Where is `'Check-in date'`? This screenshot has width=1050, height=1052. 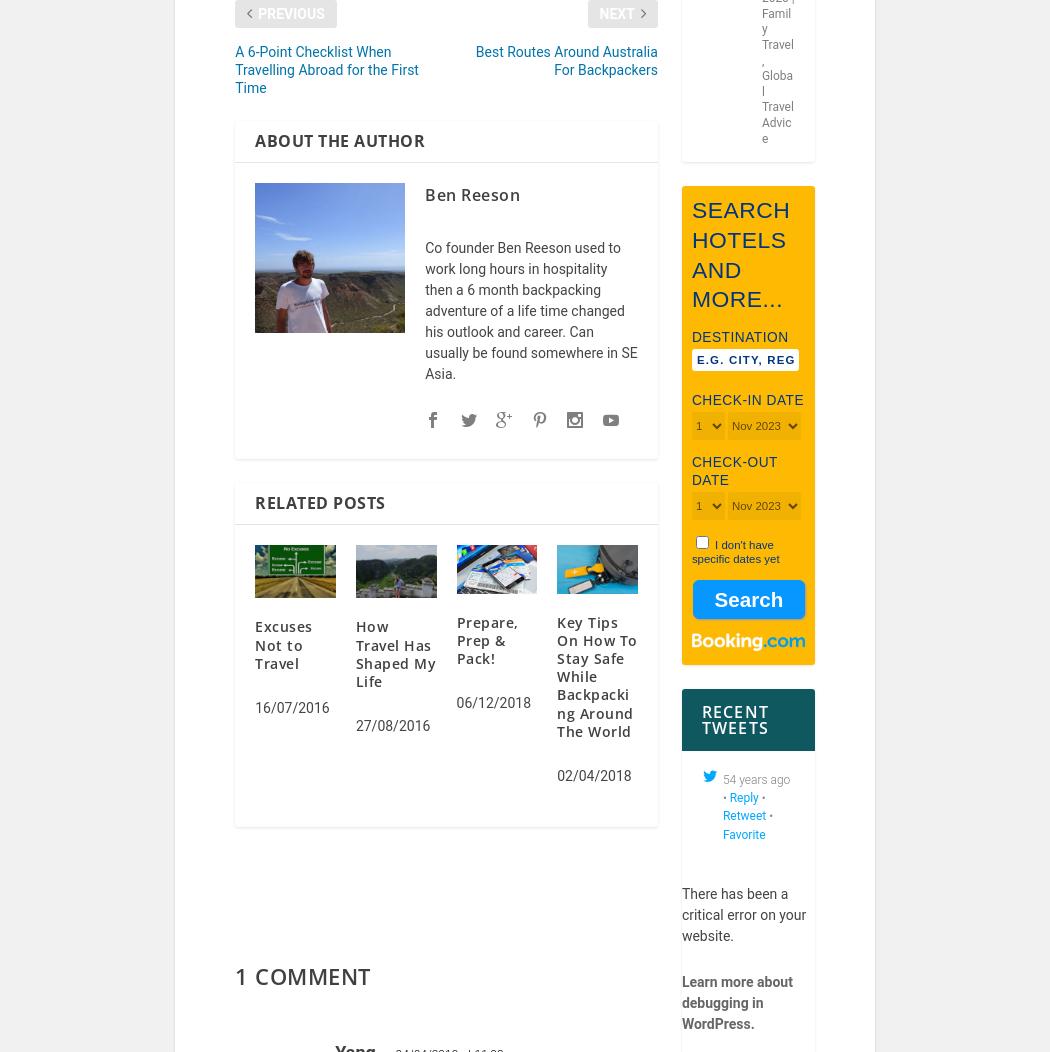 'Check-in date' is located at coordinates (691, 412).